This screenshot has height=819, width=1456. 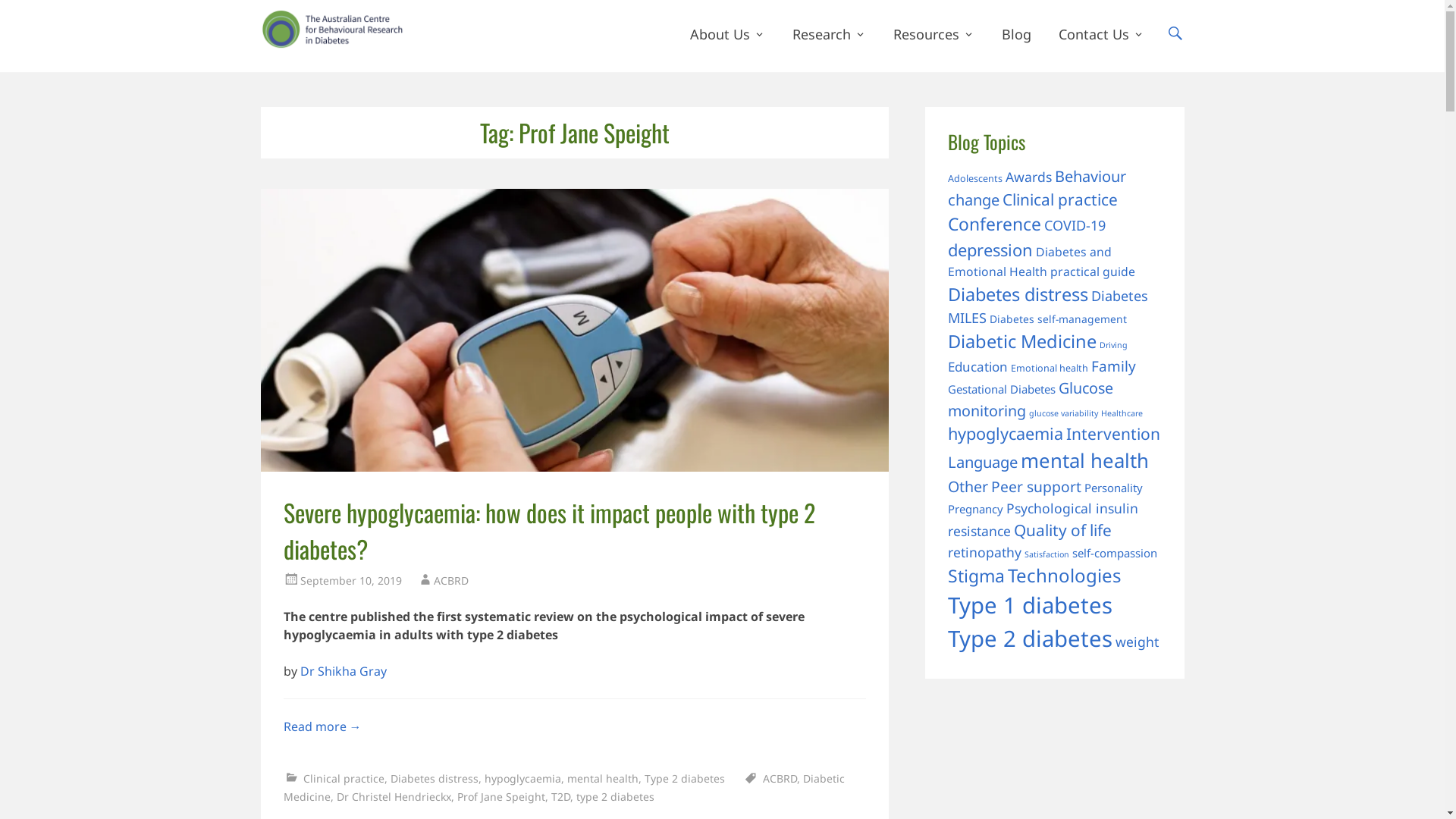 What do you see at coordinates (615, 795) in the screenshot?
I see `'type 2 diabetes'` at bounding box center [615, 795].